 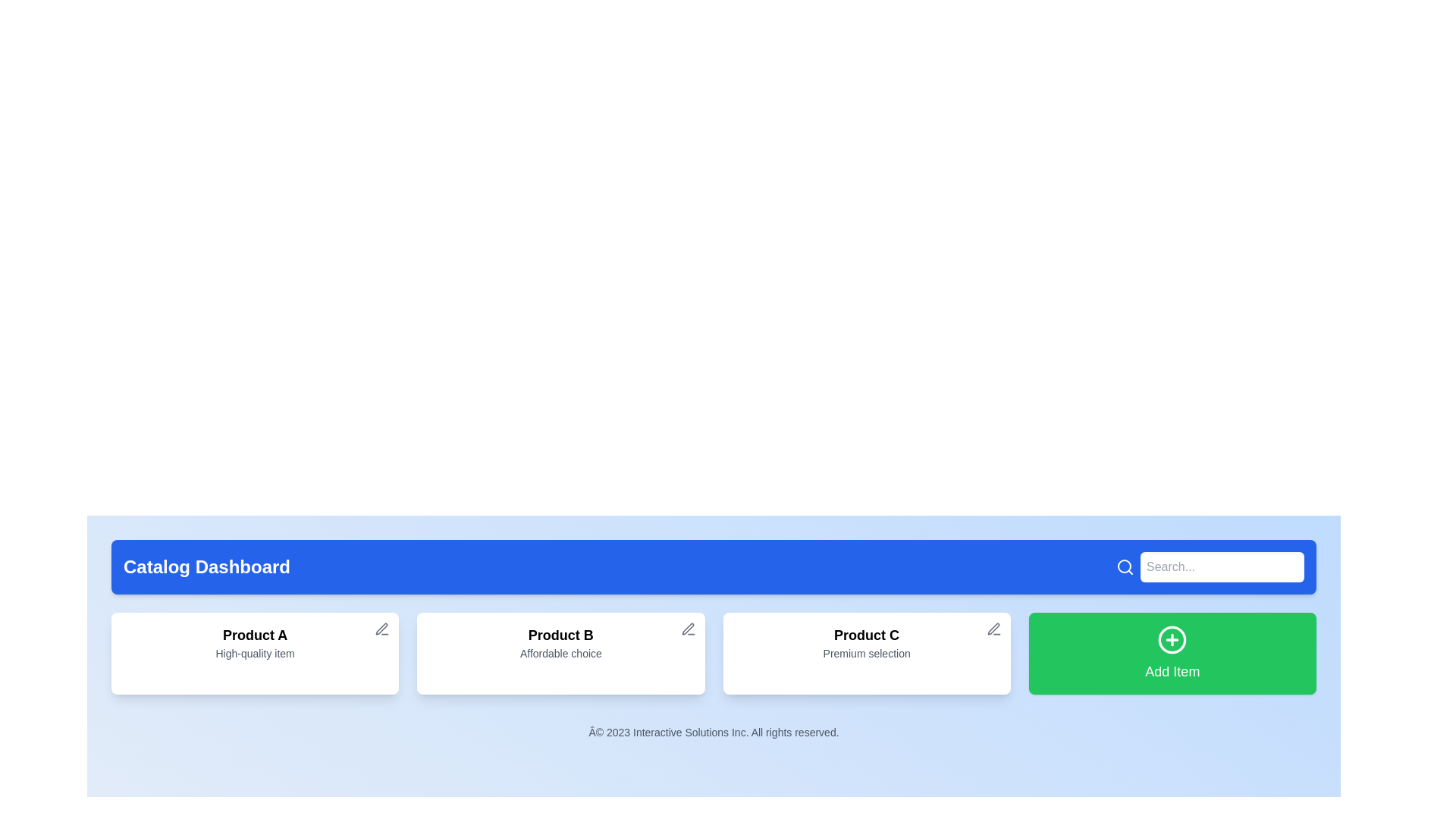 What do you see at coordinates (560, 635) in the screenshot?
I see `Label element displaying 'Product B' in bold font, located at the center of the card labeled 'Product B Affordable choice'` at bounding box center [560, 635].